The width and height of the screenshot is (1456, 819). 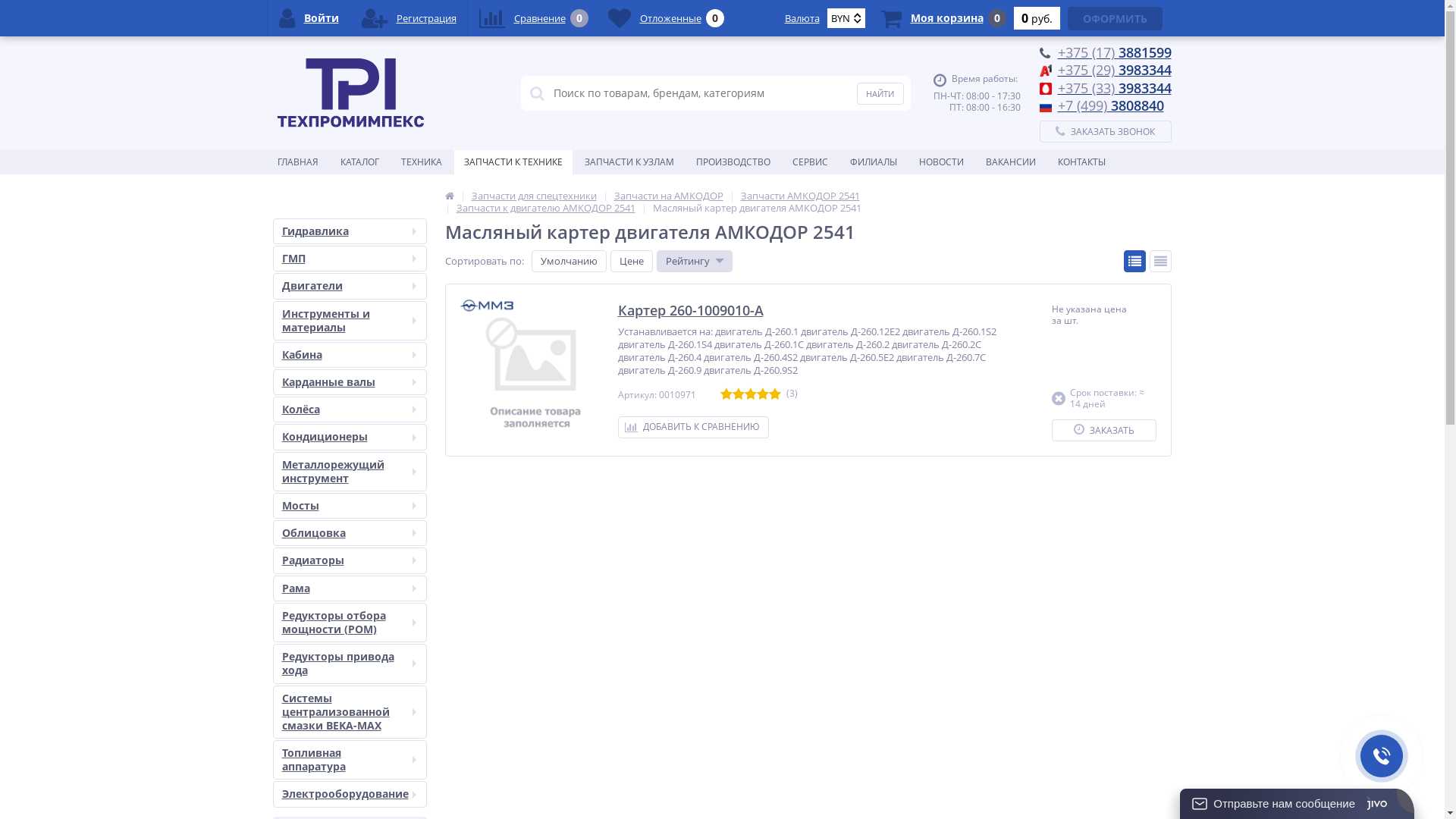 What do you see at coordinates (763, 394) in the screenshot?
I see `'4'` at bounding box center [763, 394].